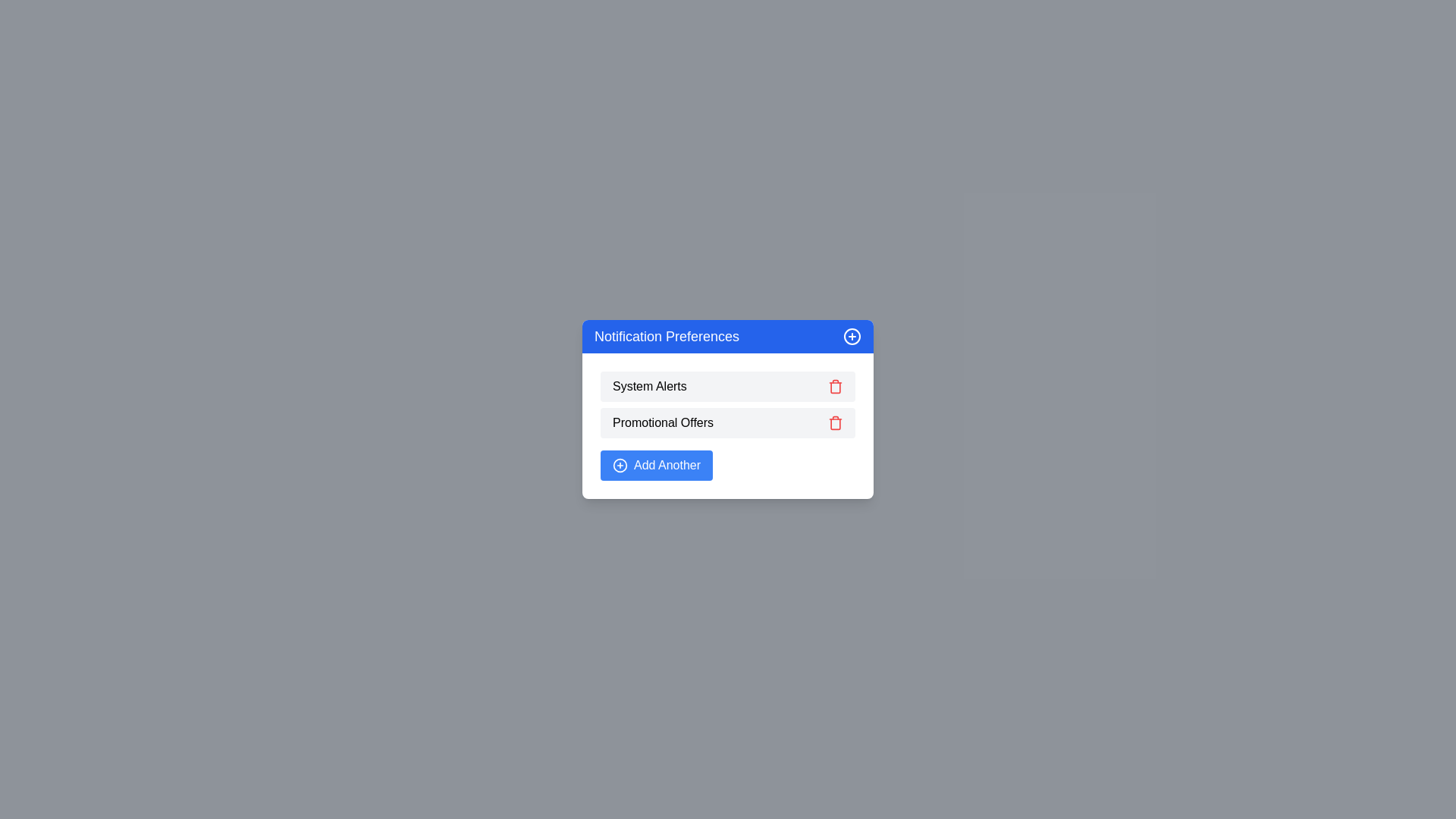 The width and height of the screenshot is (1456, 819). What do you see at coordinates (620, 464) in the screenshot?
I see `the 'Add Another' button that includes the circular icon with a white outline and blue fill, located at the bottom of the card interface` at bounding box center [620, 464].